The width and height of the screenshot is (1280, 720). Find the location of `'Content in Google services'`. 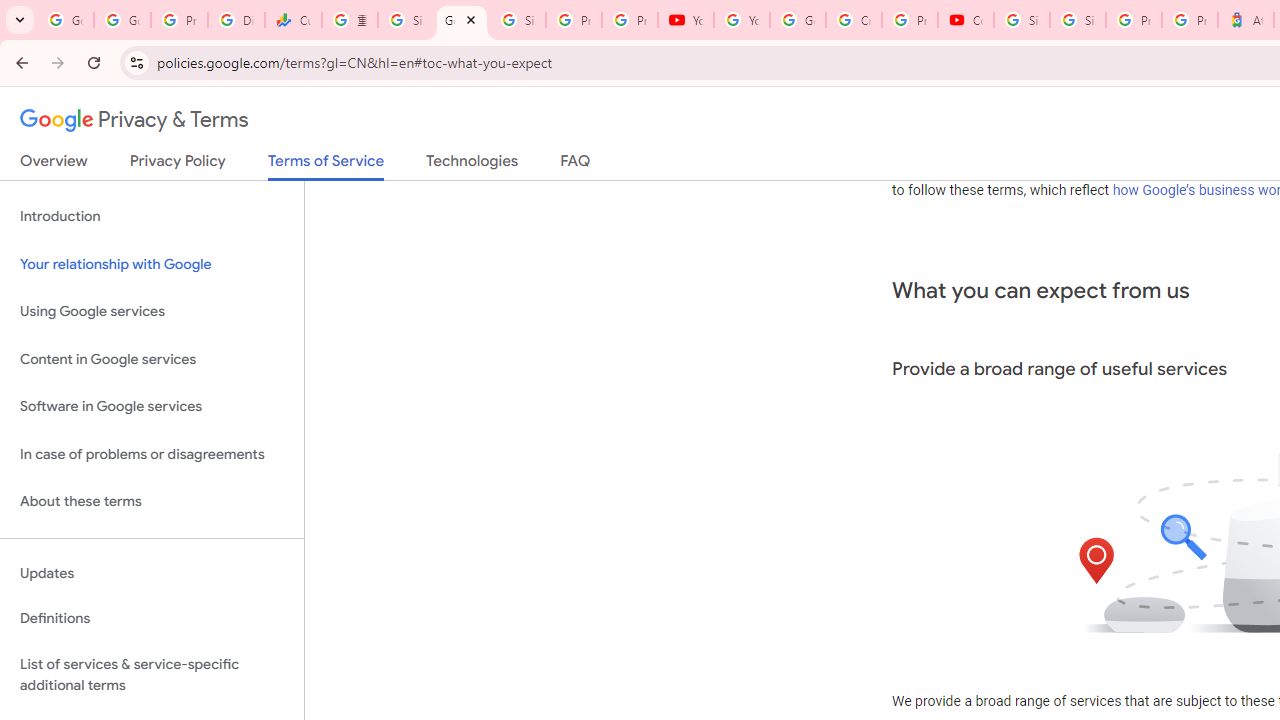

'Content in Google services' is located at coordinates (151, 358).